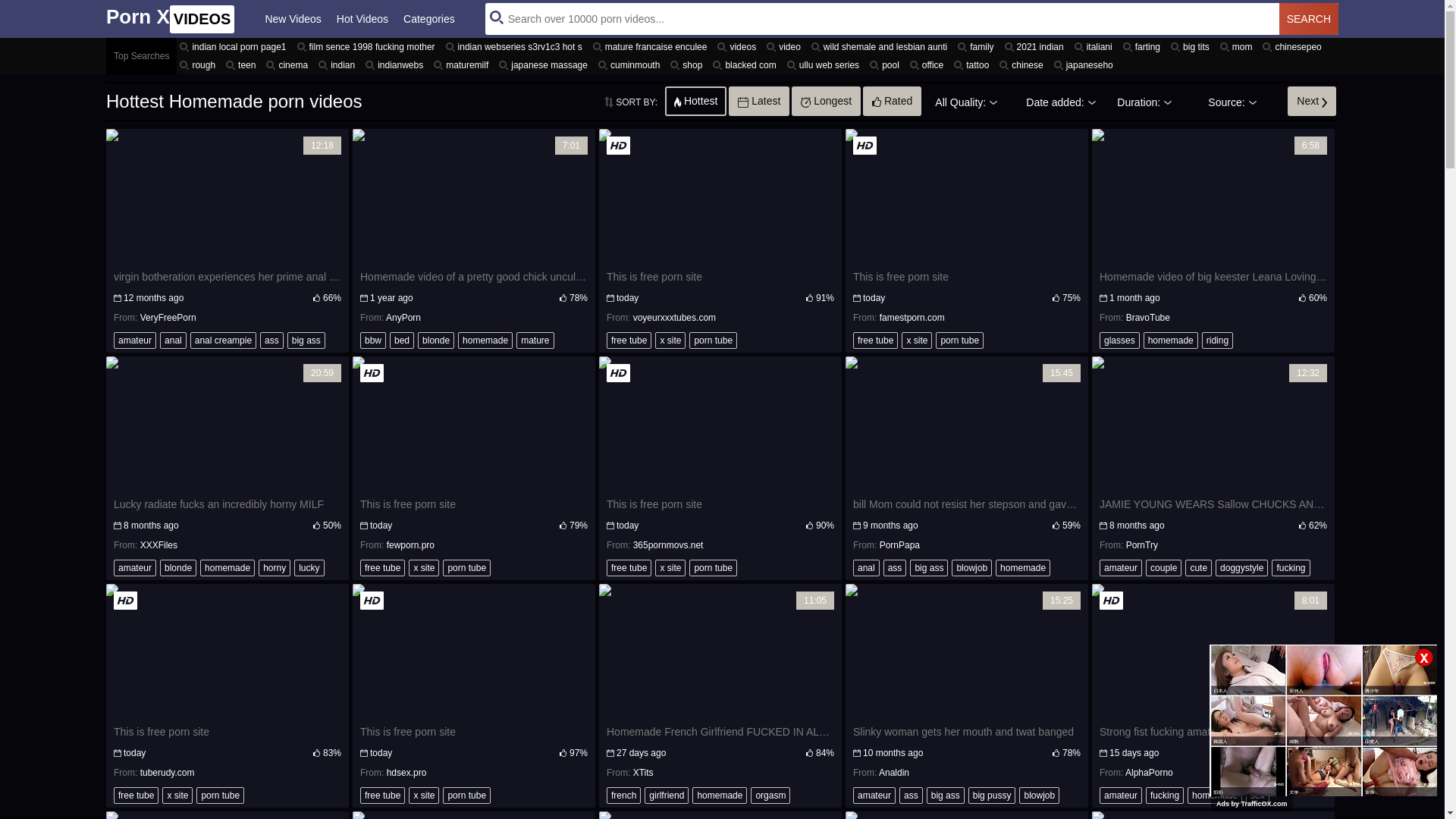  What do you see at coordinates (1142, 544) in the screenshot?
I see `'PornTry'` at bounding box center [1142, 544].